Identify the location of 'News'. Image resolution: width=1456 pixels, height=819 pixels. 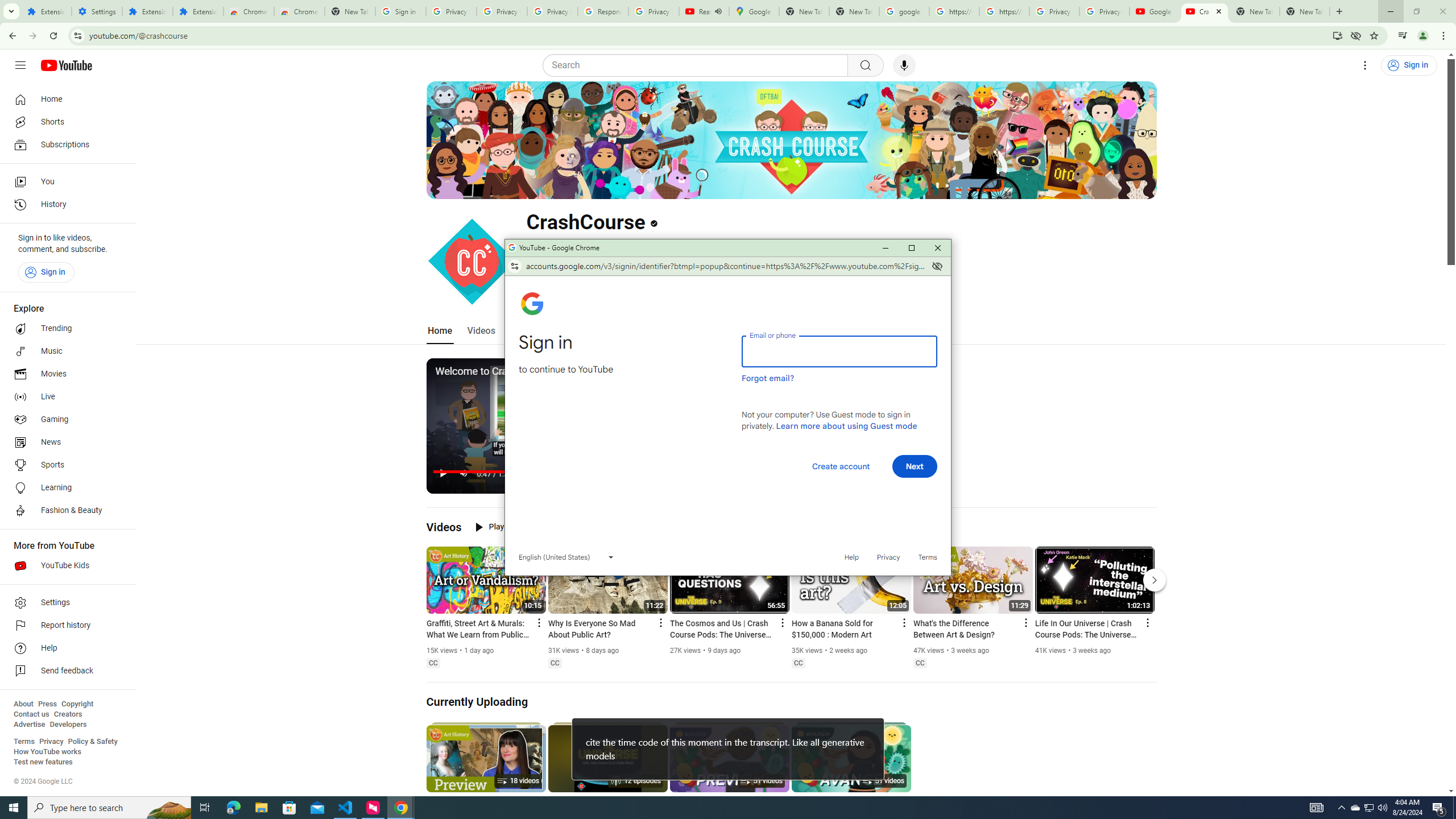
(64, 442).